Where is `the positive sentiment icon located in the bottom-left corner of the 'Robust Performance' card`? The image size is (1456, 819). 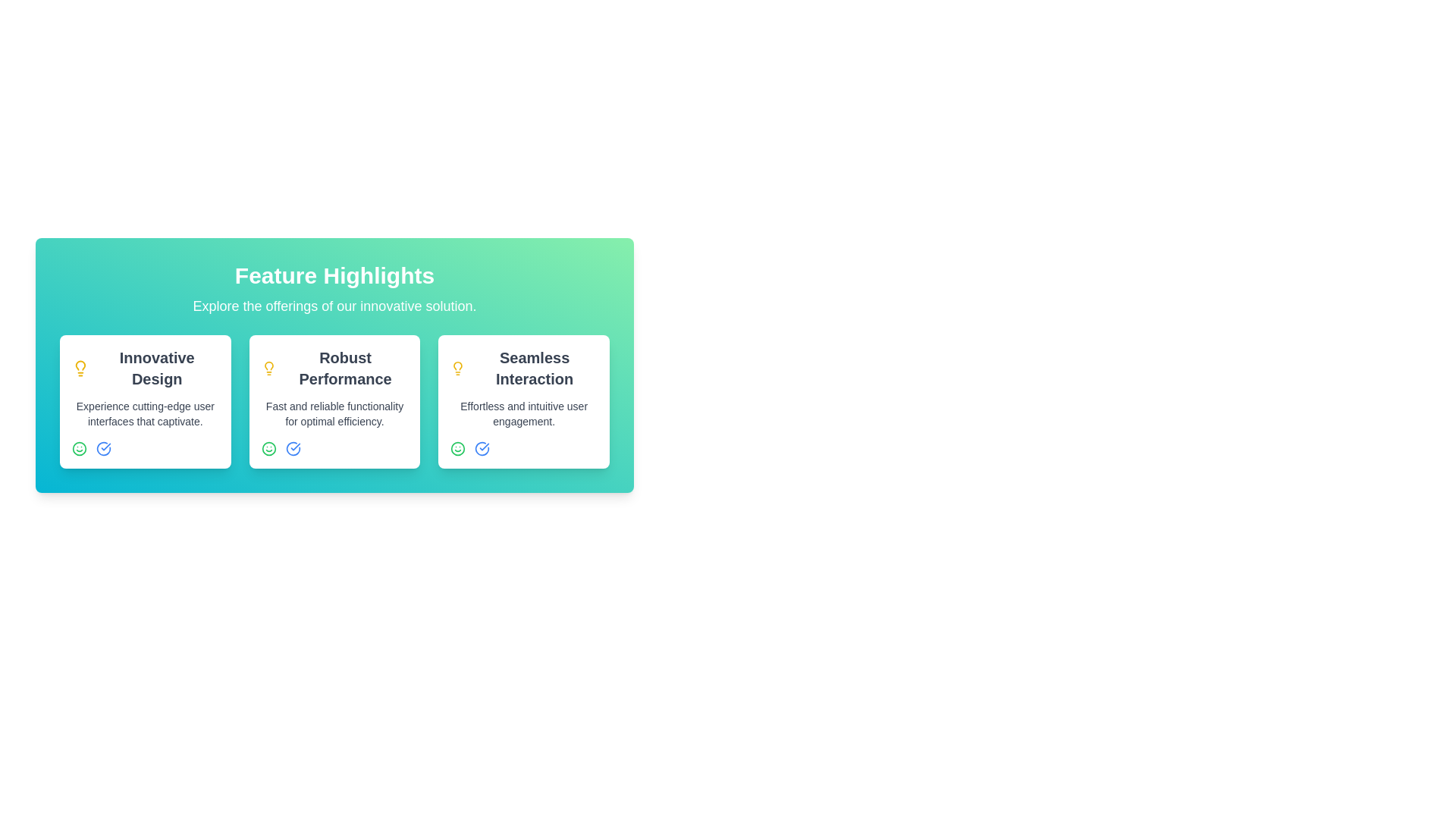
the positive sentiment icon located in the bottom-left corner of the 'Robust Performance' card is located at coordinates (268, 447).